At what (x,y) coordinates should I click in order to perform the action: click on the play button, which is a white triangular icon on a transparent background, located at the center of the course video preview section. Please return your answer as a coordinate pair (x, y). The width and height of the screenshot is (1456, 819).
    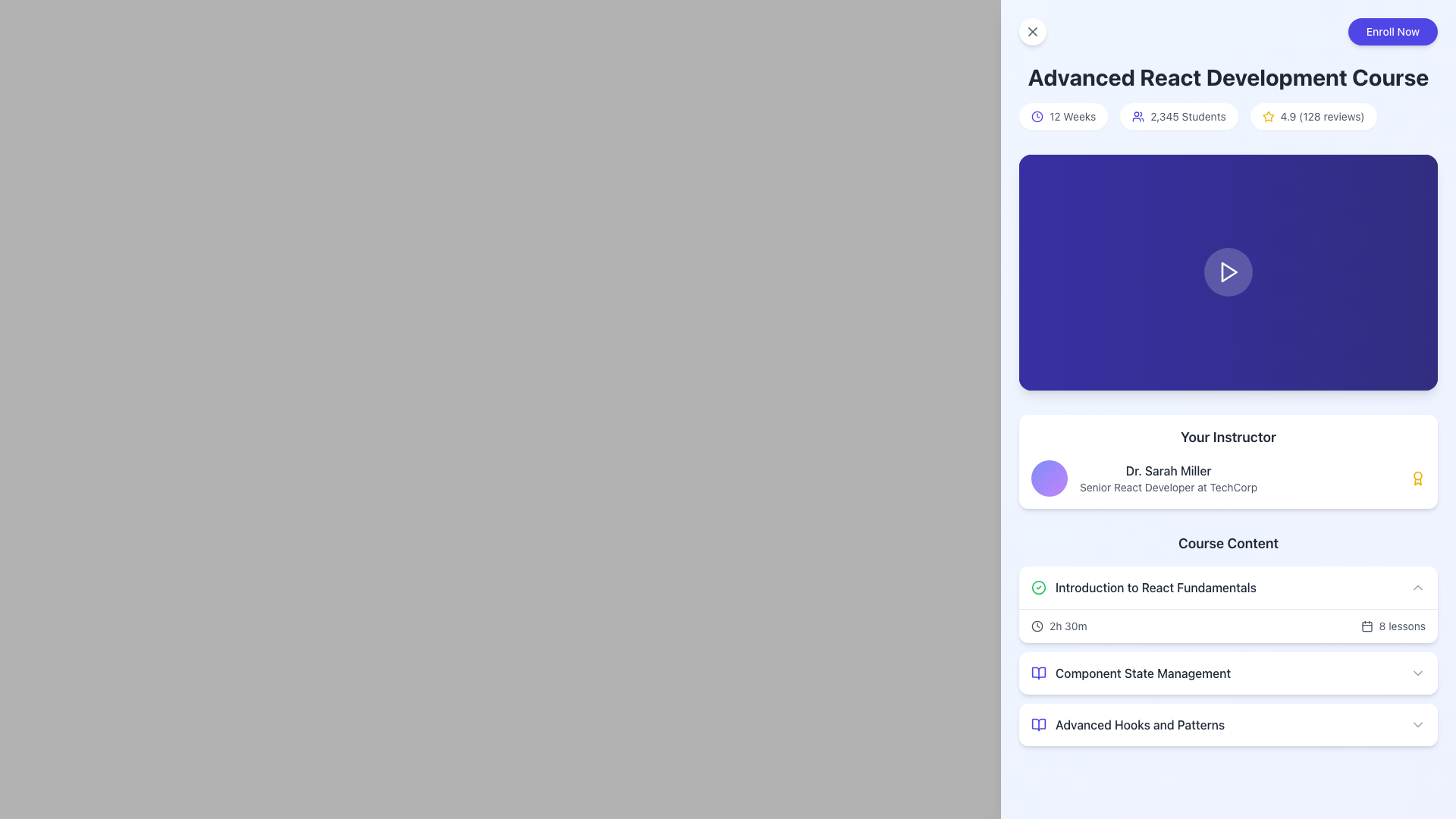
    Looking at the image, I should click on (1228, 271).